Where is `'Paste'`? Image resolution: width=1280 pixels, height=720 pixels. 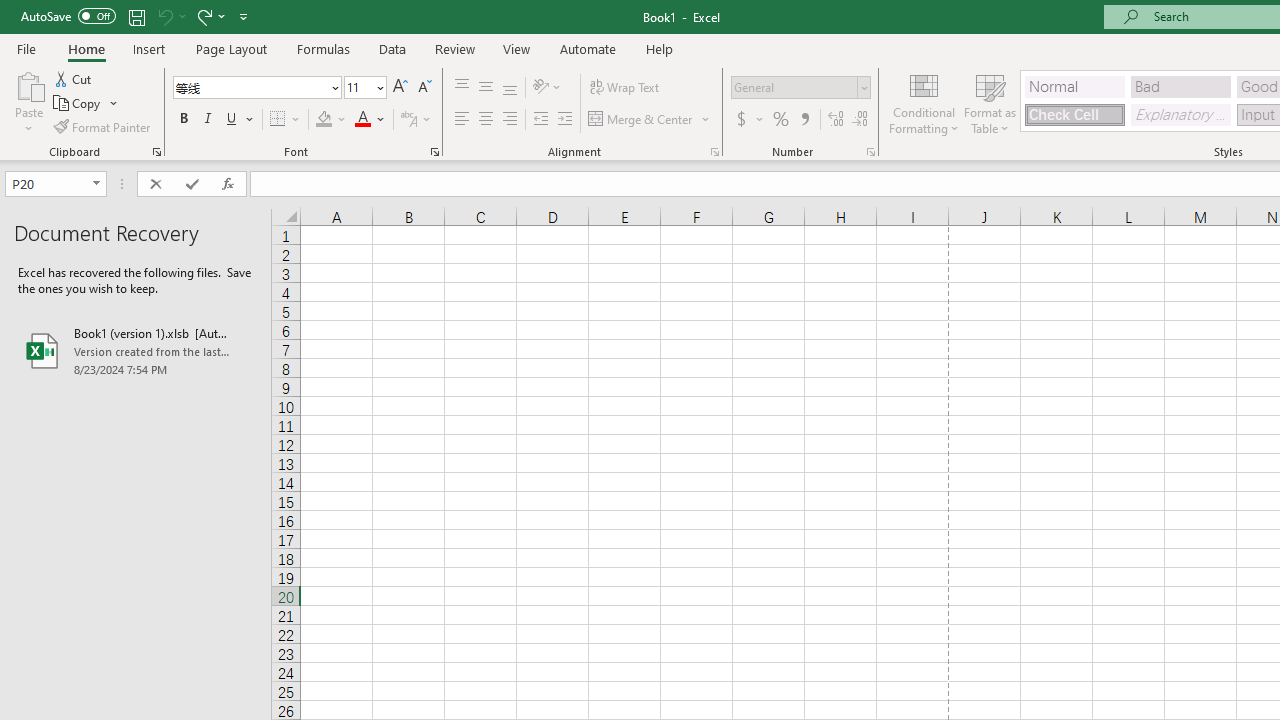
'Paste' is located at coordinates (28, 103).